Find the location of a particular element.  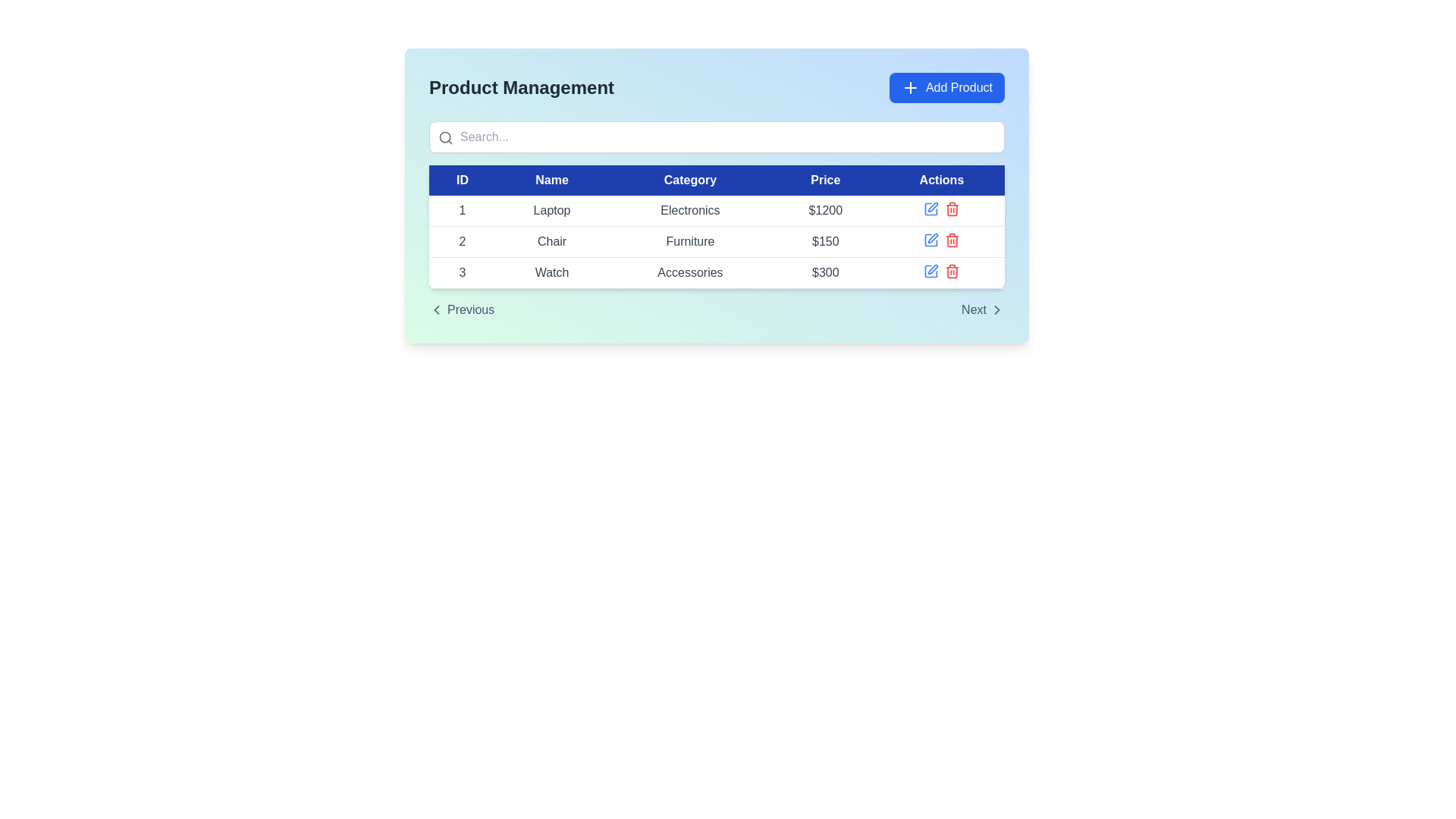

the 'Electronics' text label in the 'Category' column of the table, which is located in the row for 'Laptop' is located at coordinates (689, 211).